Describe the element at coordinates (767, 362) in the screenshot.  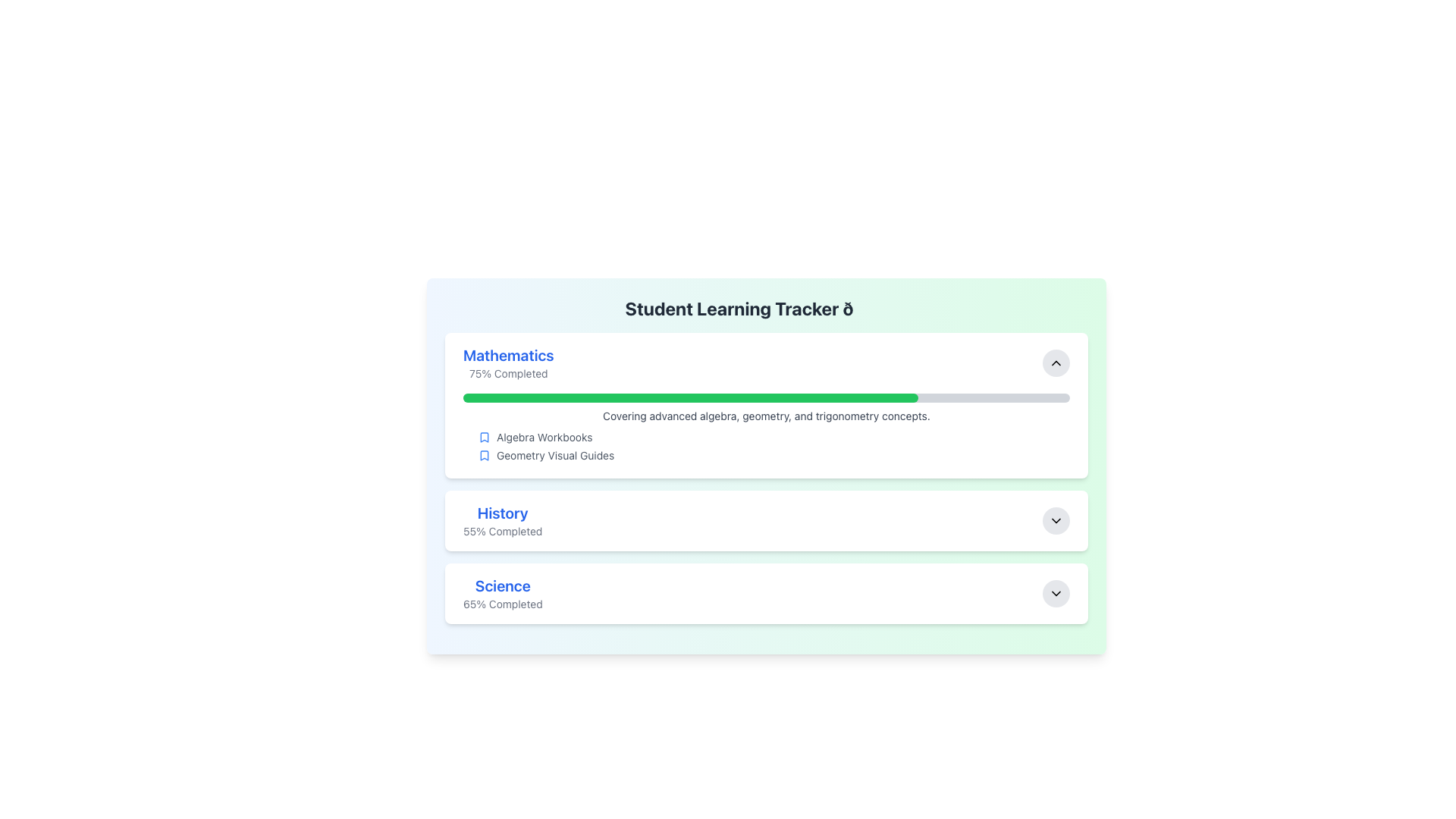
I see `the Mathematics section banner` at that location.